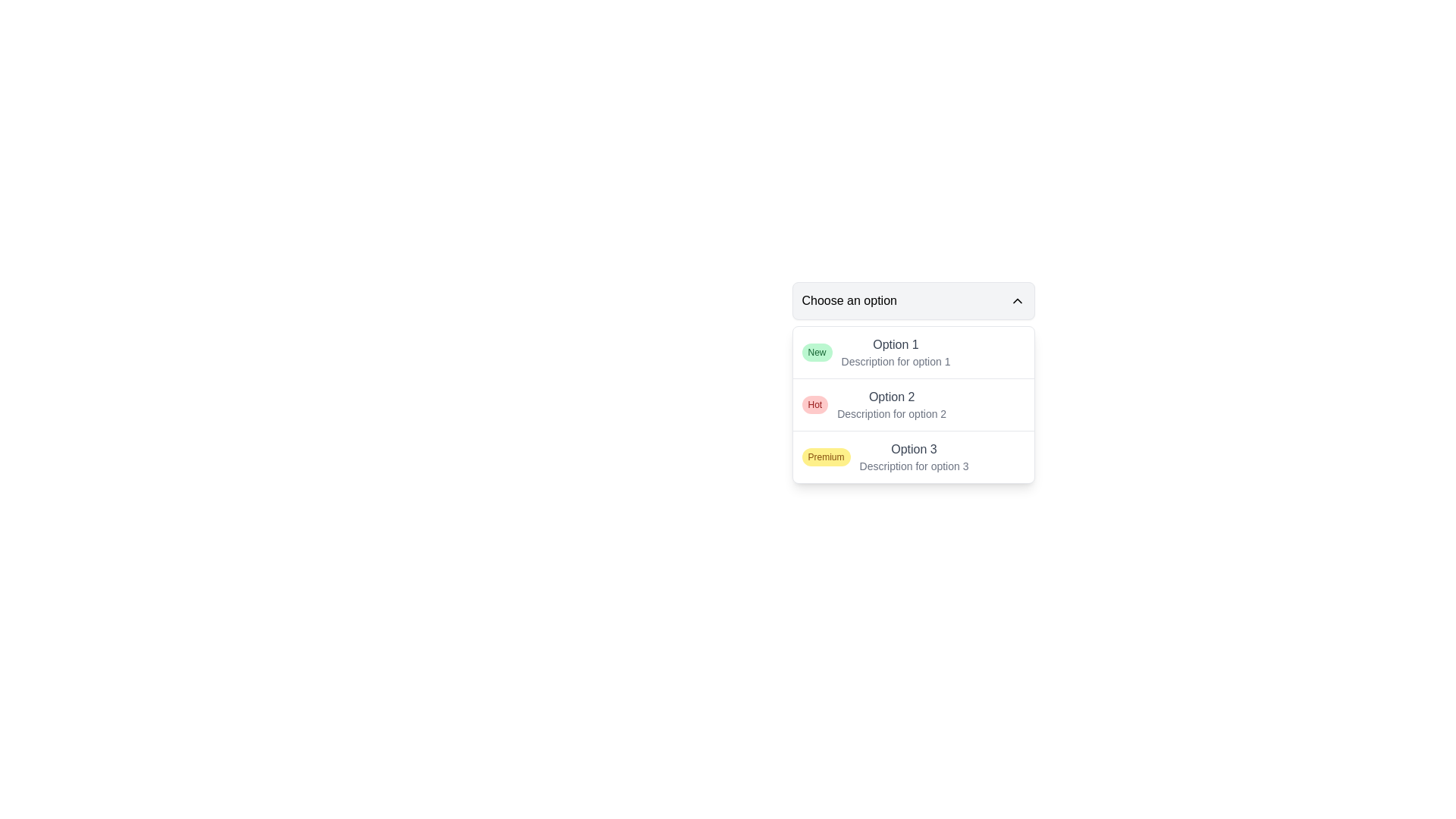 This screenshot has height=819, width=1456. What do you see at coordinates (912, 403) in the screenshot?
I see `text information from the second list item labeled 'Hot' with a red background and containing 'Option 2' and its description in a dropdown menu panel` at bounding box center [912, 403].